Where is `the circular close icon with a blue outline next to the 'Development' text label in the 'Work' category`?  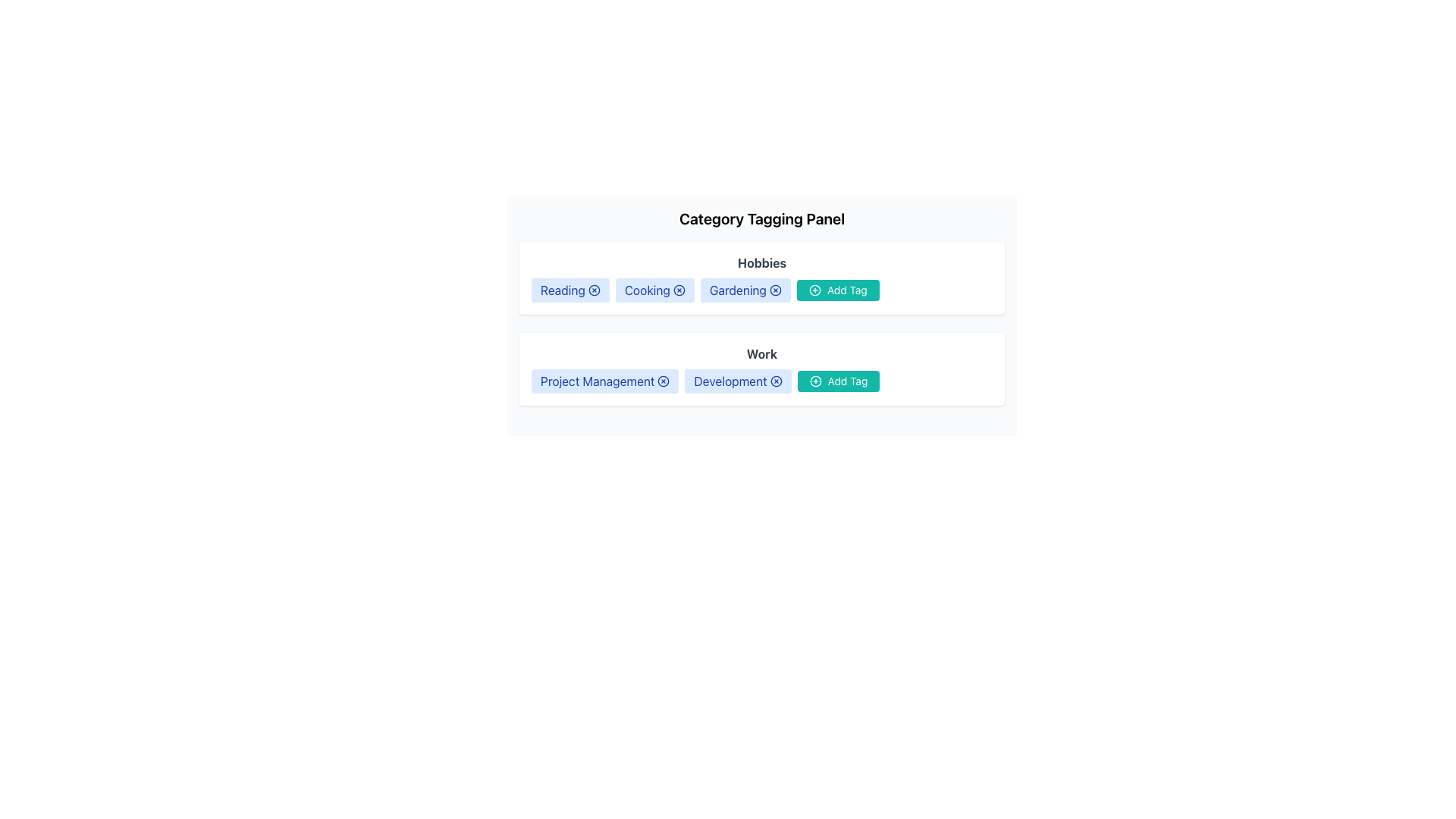 the circular close icon with a blue outline next to the 'Development' text label in the 'Work' category is located at coordinates (776, 380).